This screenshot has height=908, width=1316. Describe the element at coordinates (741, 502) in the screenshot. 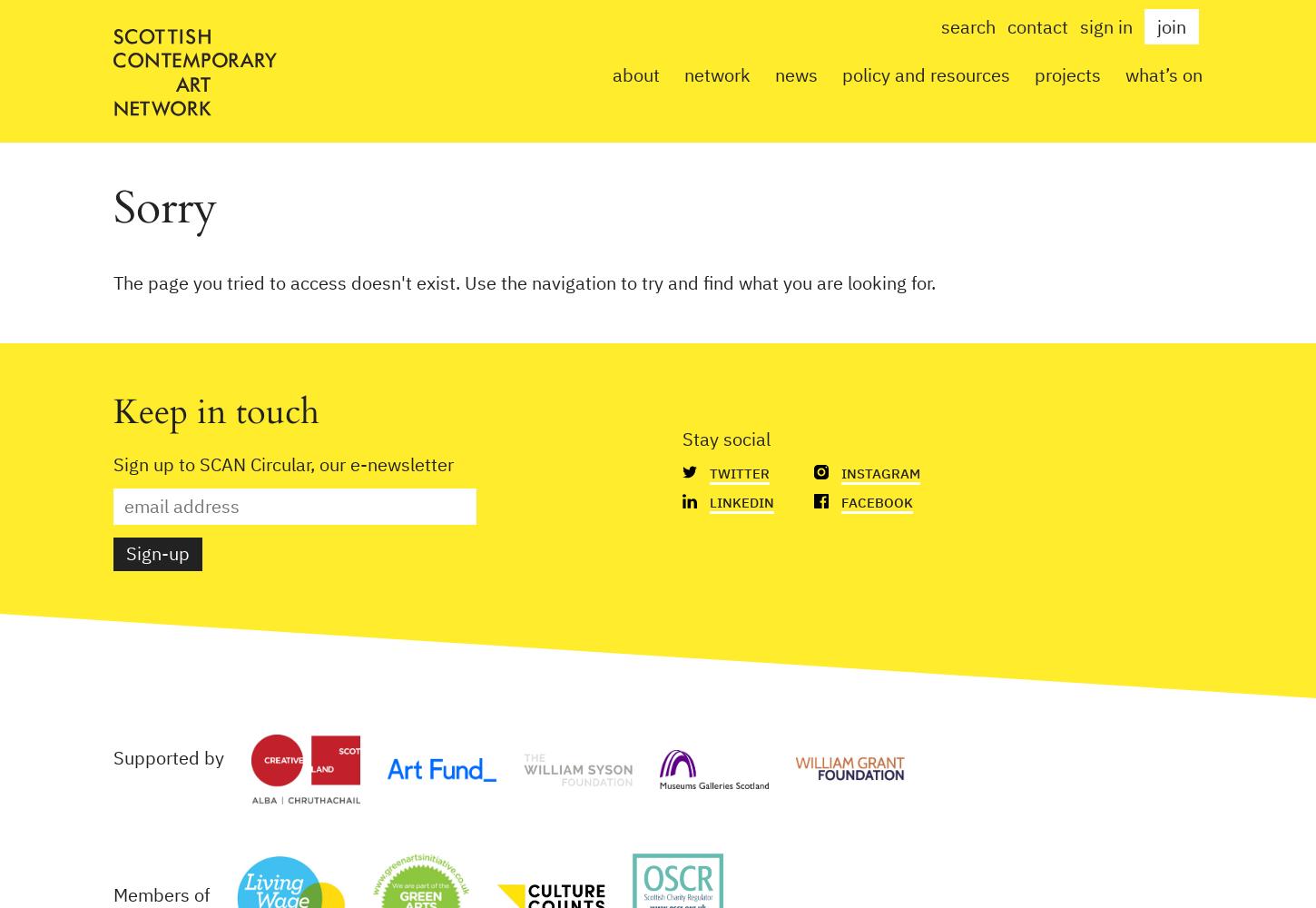

I see `'Linkedin'` at that location.